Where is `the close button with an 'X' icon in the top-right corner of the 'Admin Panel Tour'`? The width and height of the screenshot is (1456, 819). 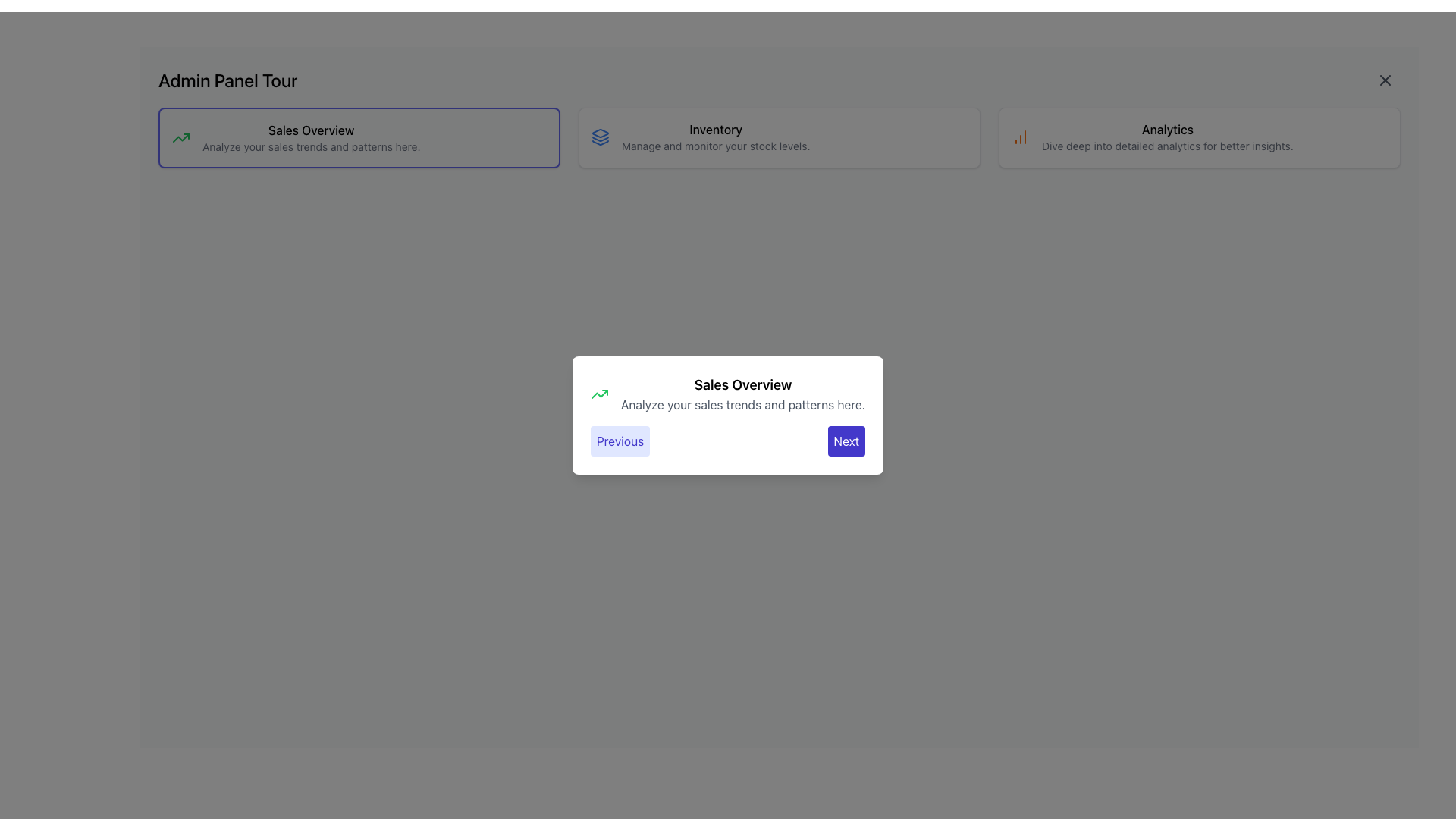
the close button with an 'X' icon in the top-right corner of the 'Admin Panel Tour' is located at coordinates (1385, 80).